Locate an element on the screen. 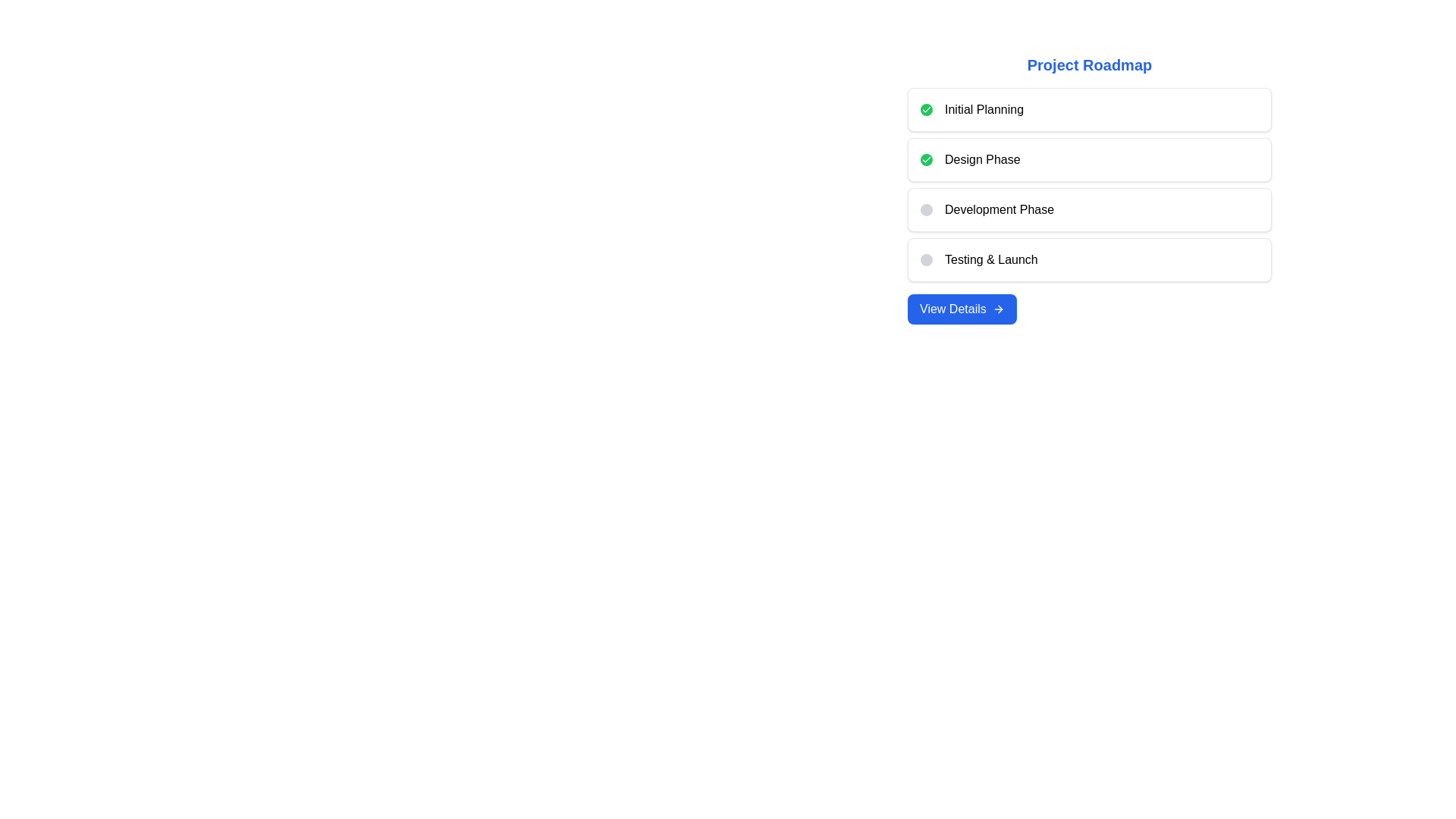 This screenshot has height=819, width=1456. the interactive button located at the bottom of the 'Project Roadmap' section for visual feedback is located at coordinates (961, 309).